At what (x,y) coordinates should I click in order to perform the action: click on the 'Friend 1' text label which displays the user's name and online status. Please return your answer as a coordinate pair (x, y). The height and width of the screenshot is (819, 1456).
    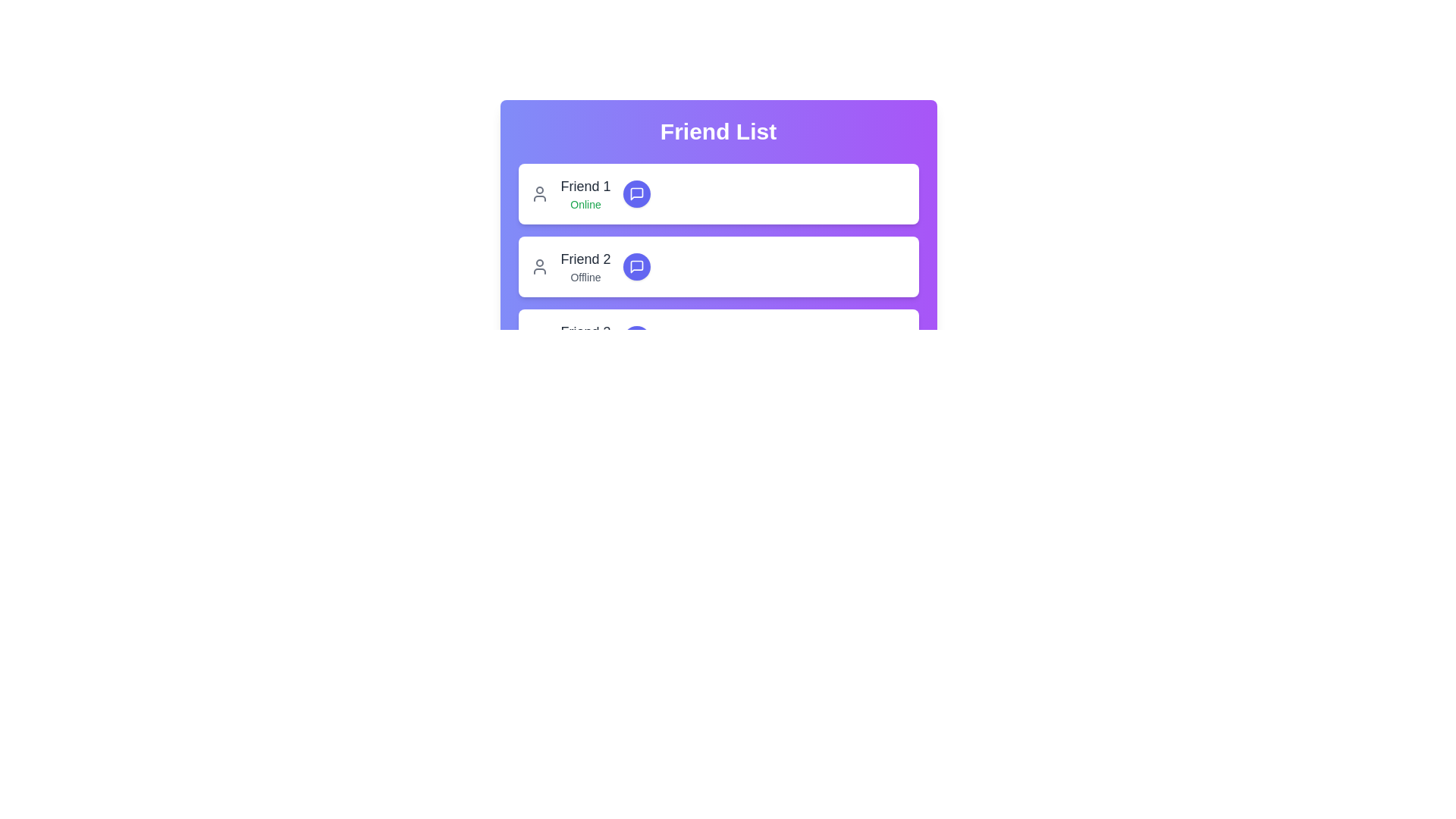
    Looking at the image, I should click on (585, 193).